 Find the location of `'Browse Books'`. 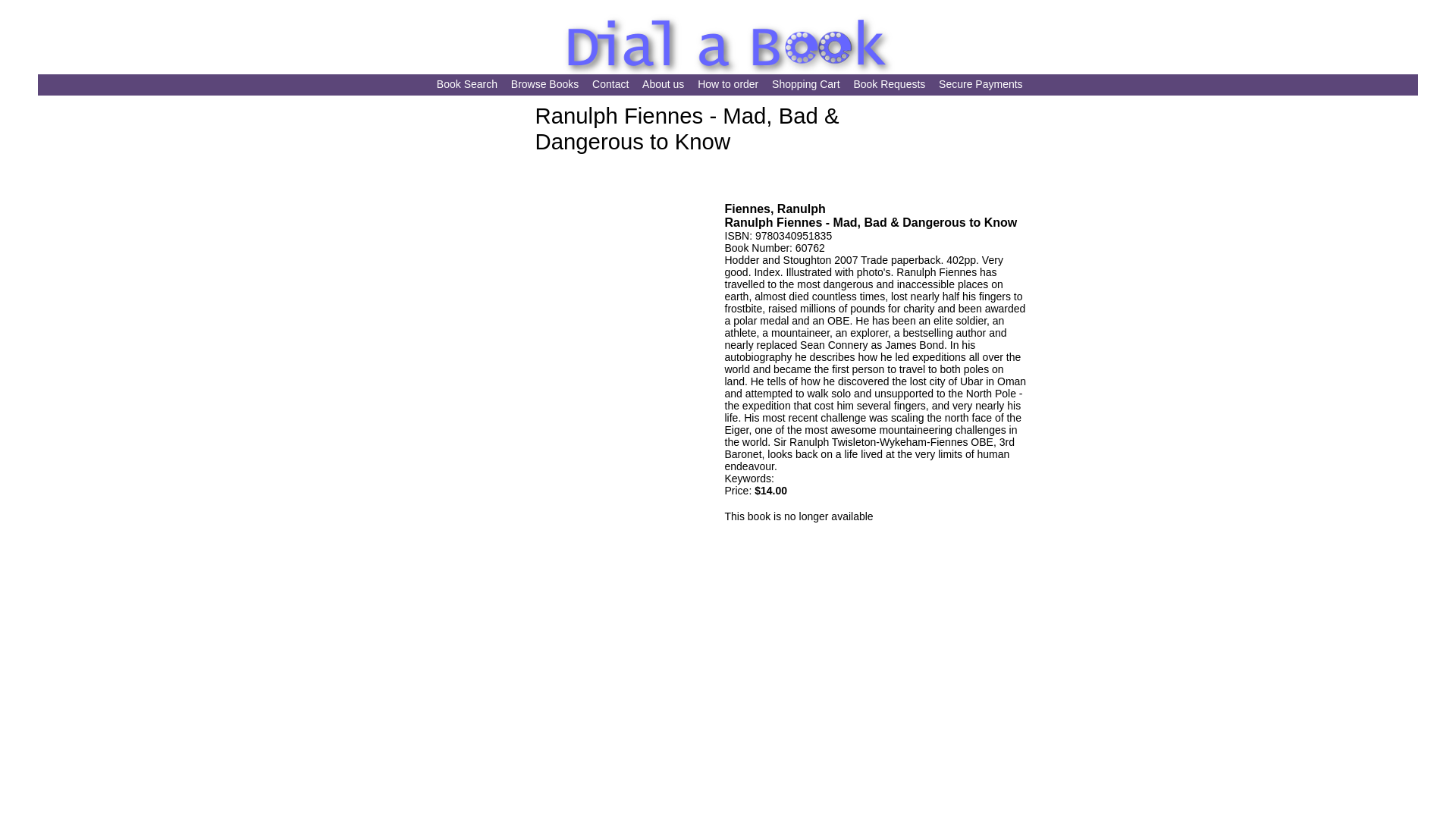

'Browse Books' is located at coordinates (510, 84).